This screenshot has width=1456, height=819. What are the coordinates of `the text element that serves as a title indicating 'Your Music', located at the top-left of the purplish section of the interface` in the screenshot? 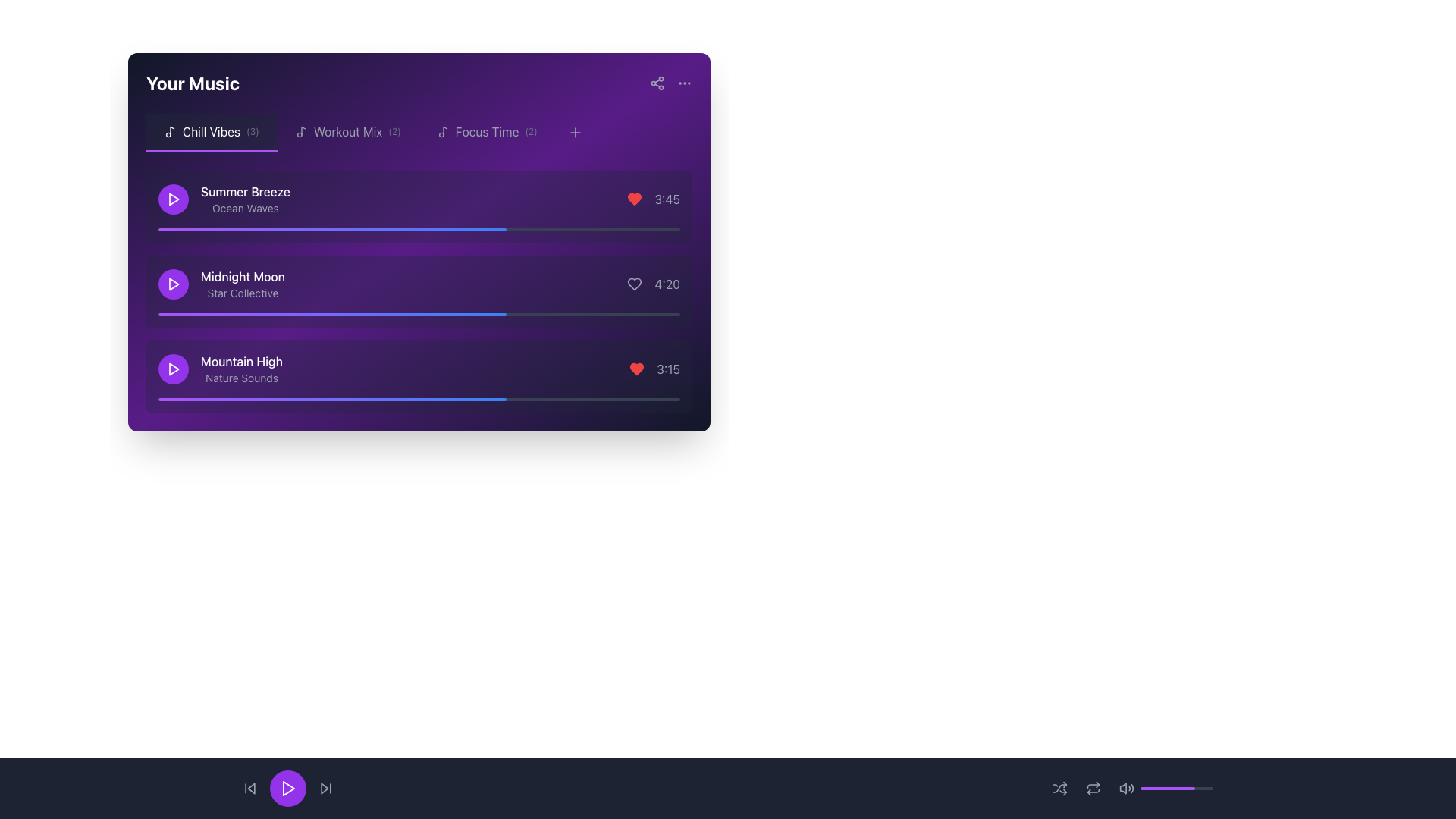 It's located at (192, 83).